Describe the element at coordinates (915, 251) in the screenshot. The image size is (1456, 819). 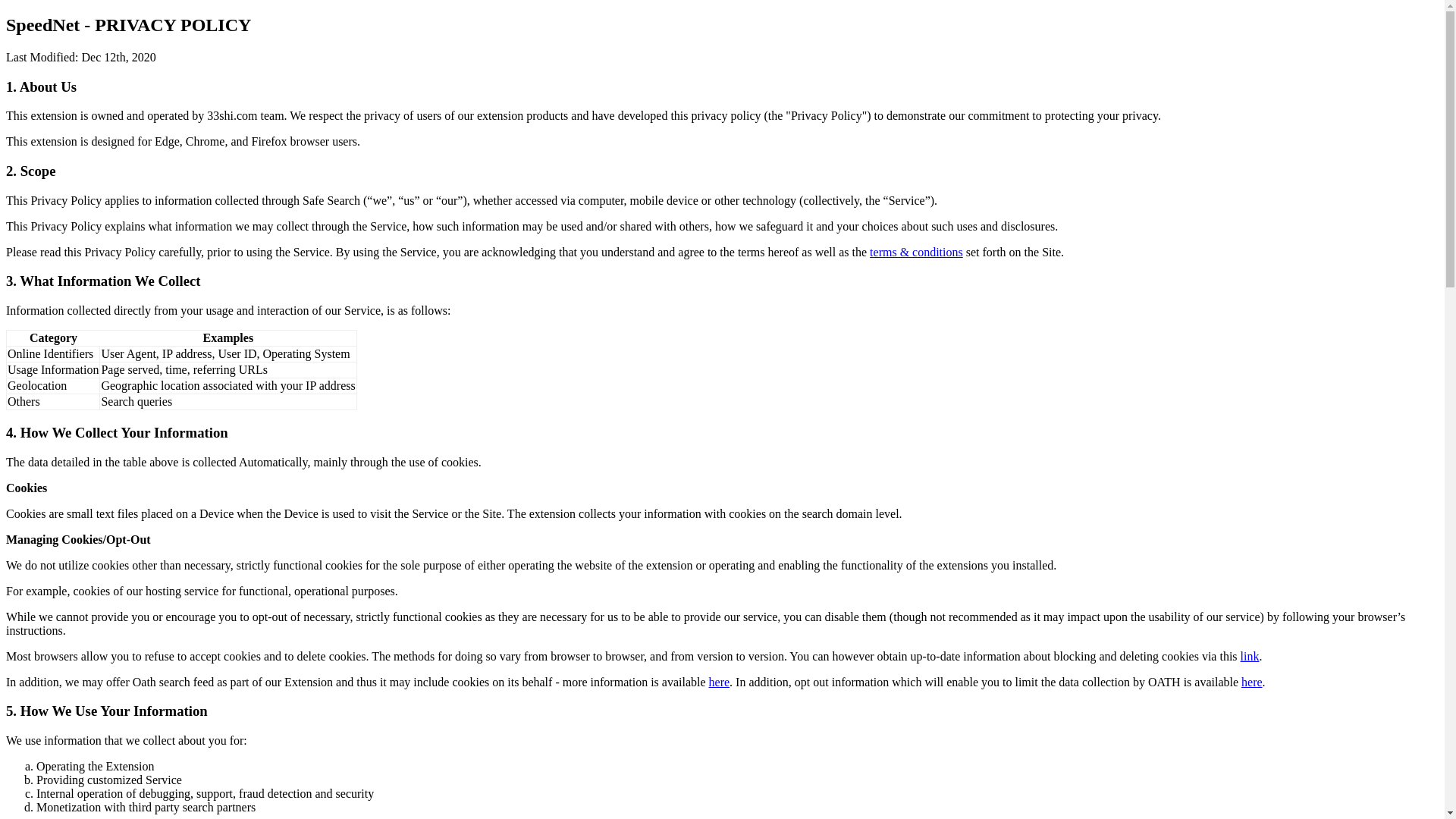
I see `'terms & conditions'` at that location.